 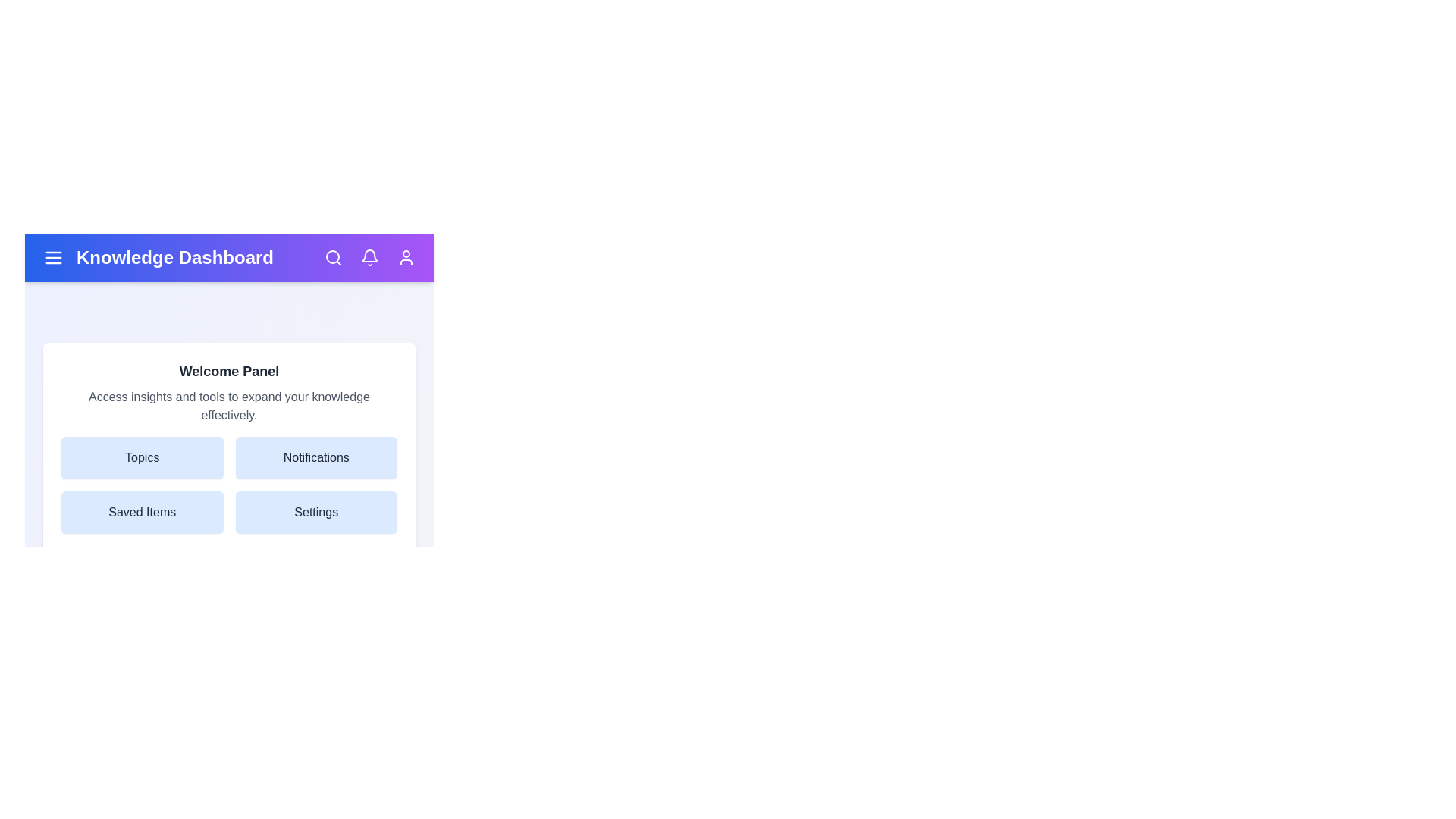 I want to click on the 'Notifications' button to view notifications, so click(x=315, y=457).